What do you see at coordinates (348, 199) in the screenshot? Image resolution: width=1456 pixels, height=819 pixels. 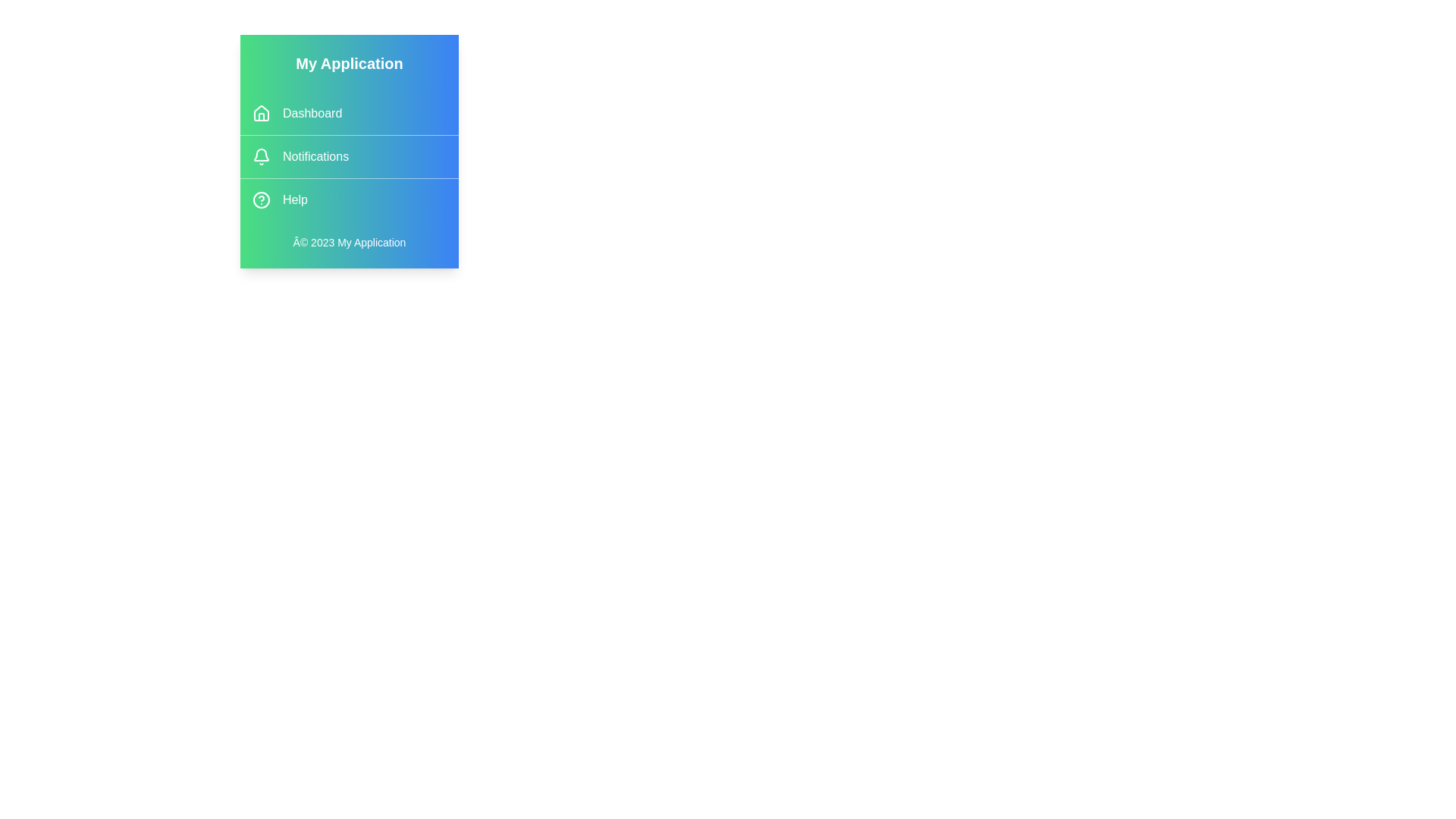 I see `the Help menu item to navigate to its section` at bounding box center [348, 199].